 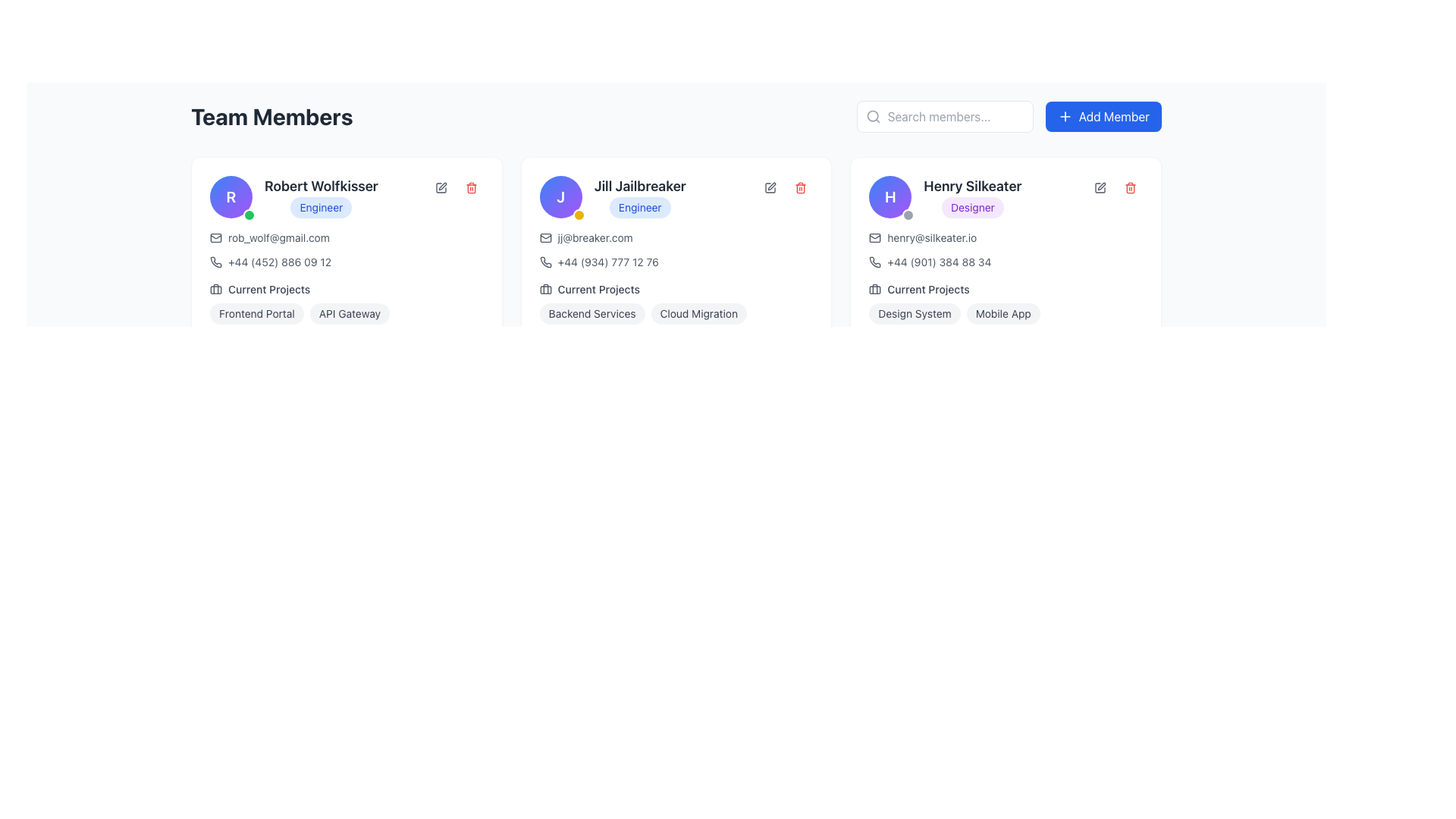 What do you see at coordinates (280, 262) in the screenshot?
I see `text content of the contact phone number label located under the email address field in the first profile card of the team members list` at bounding box center [280, 262].